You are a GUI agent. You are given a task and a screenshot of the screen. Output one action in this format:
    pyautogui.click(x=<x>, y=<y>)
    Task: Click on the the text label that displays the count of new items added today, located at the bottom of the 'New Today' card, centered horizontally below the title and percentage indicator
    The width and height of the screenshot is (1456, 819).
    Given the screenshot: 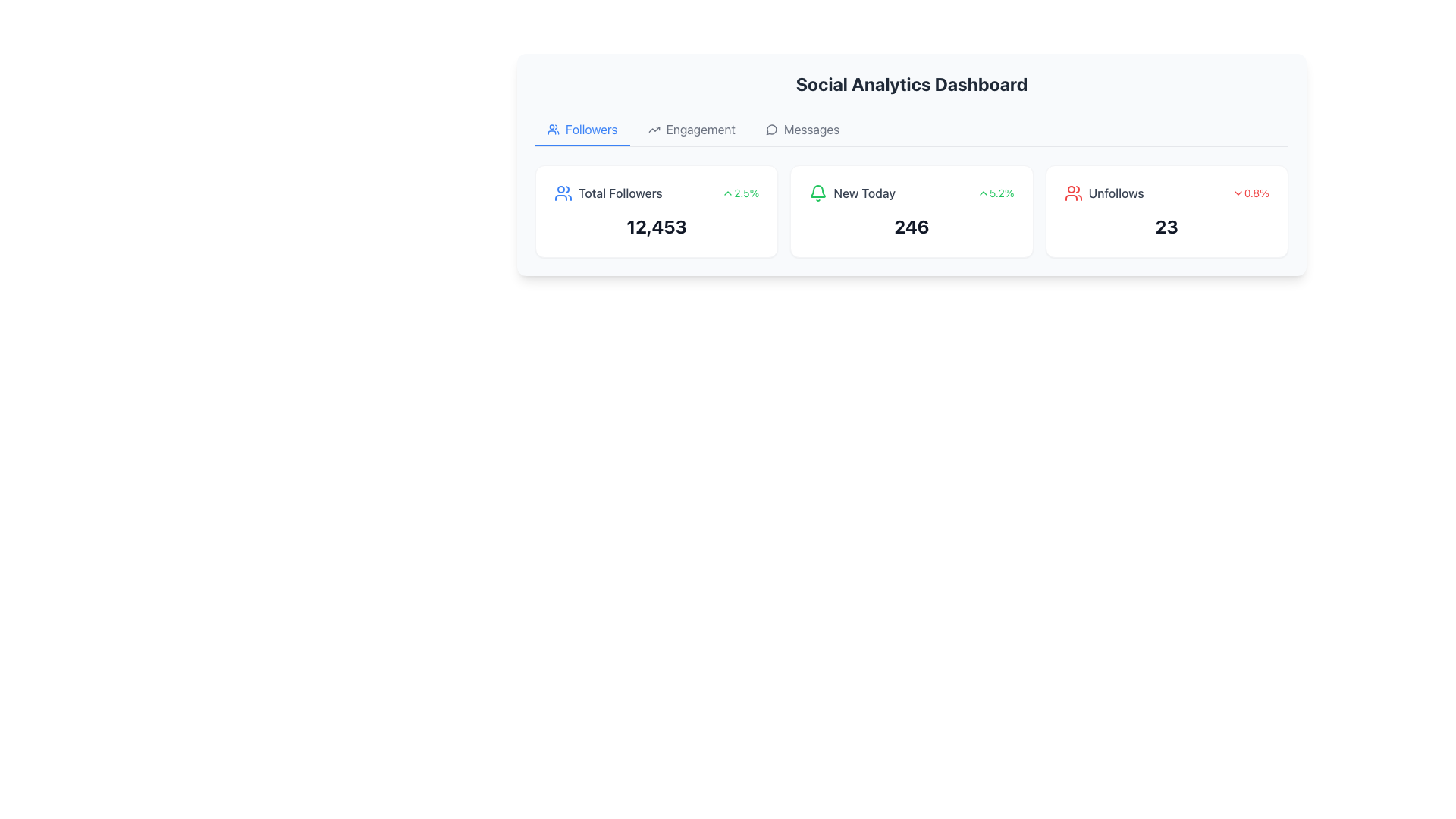 What is the action you would take?
    pyautogui.click(x=911, y=227)
    